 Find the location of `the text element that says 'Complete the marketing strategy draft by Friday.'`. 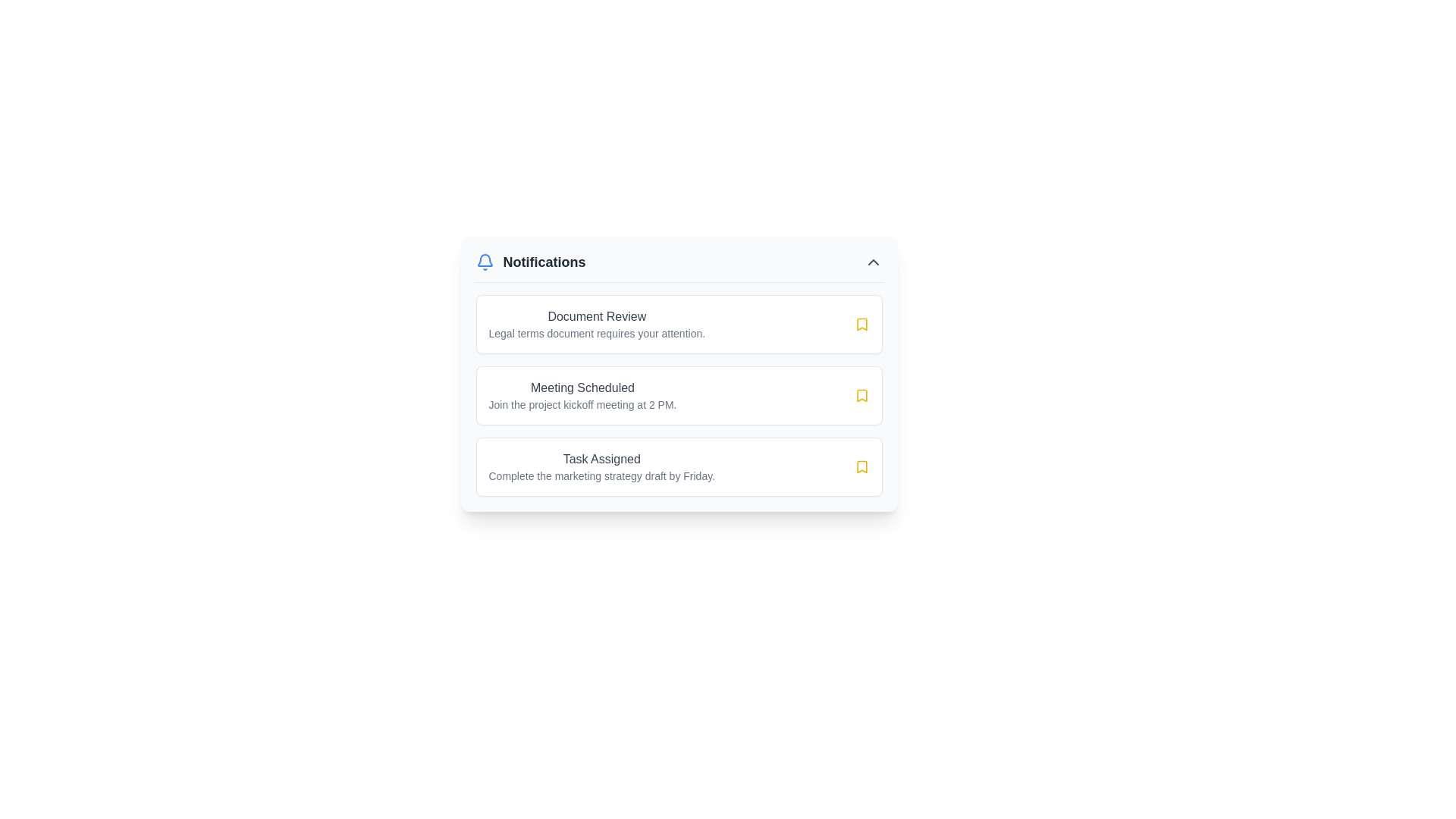

the text element that says 'Complete the marketing strategy draft by Friday.' is located at coordinates (601, 475).